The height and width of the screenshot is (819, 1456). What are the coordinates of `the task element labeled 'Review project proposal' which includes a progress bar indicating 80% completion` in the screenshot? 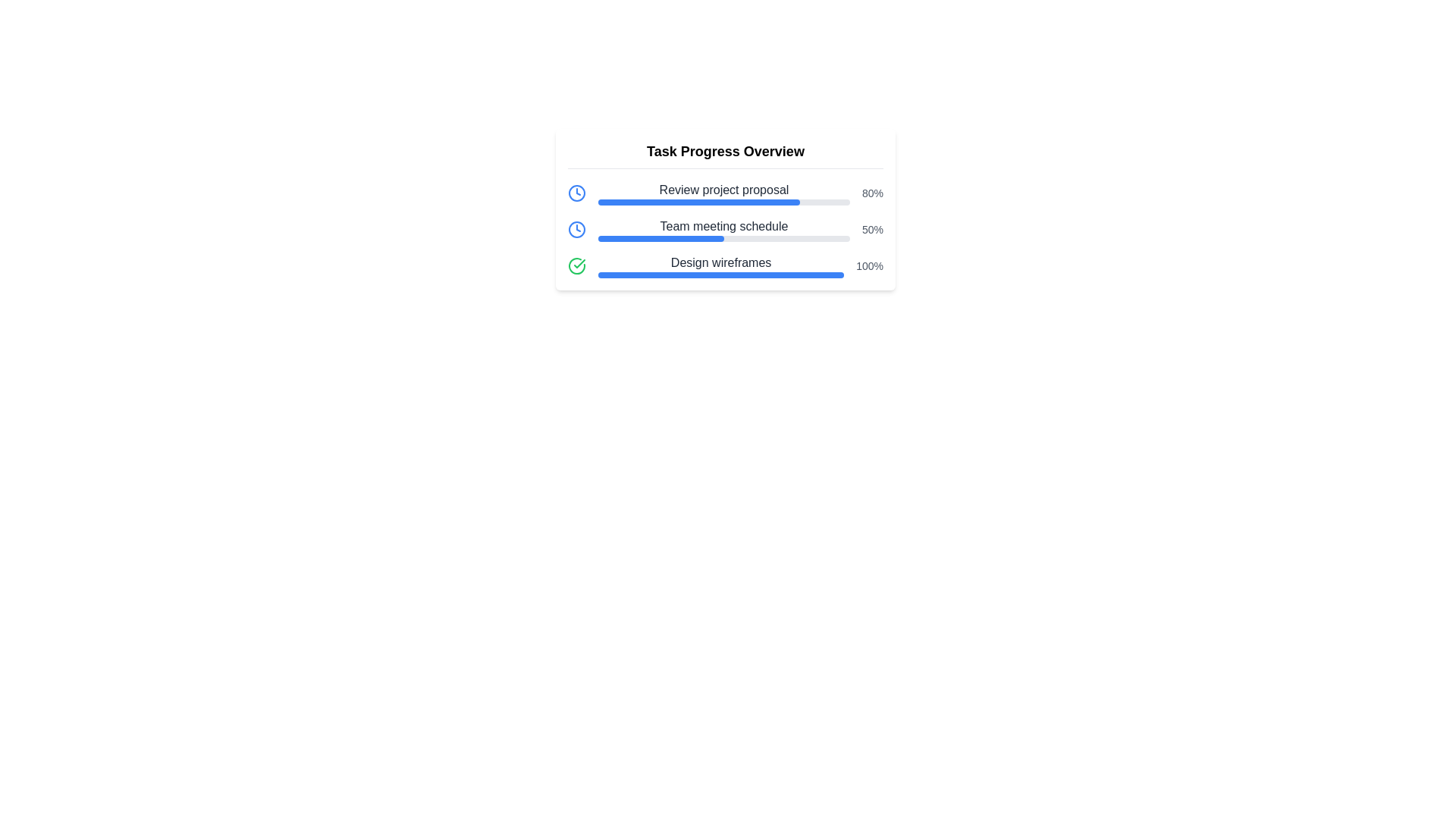 It's located at (723, 192).